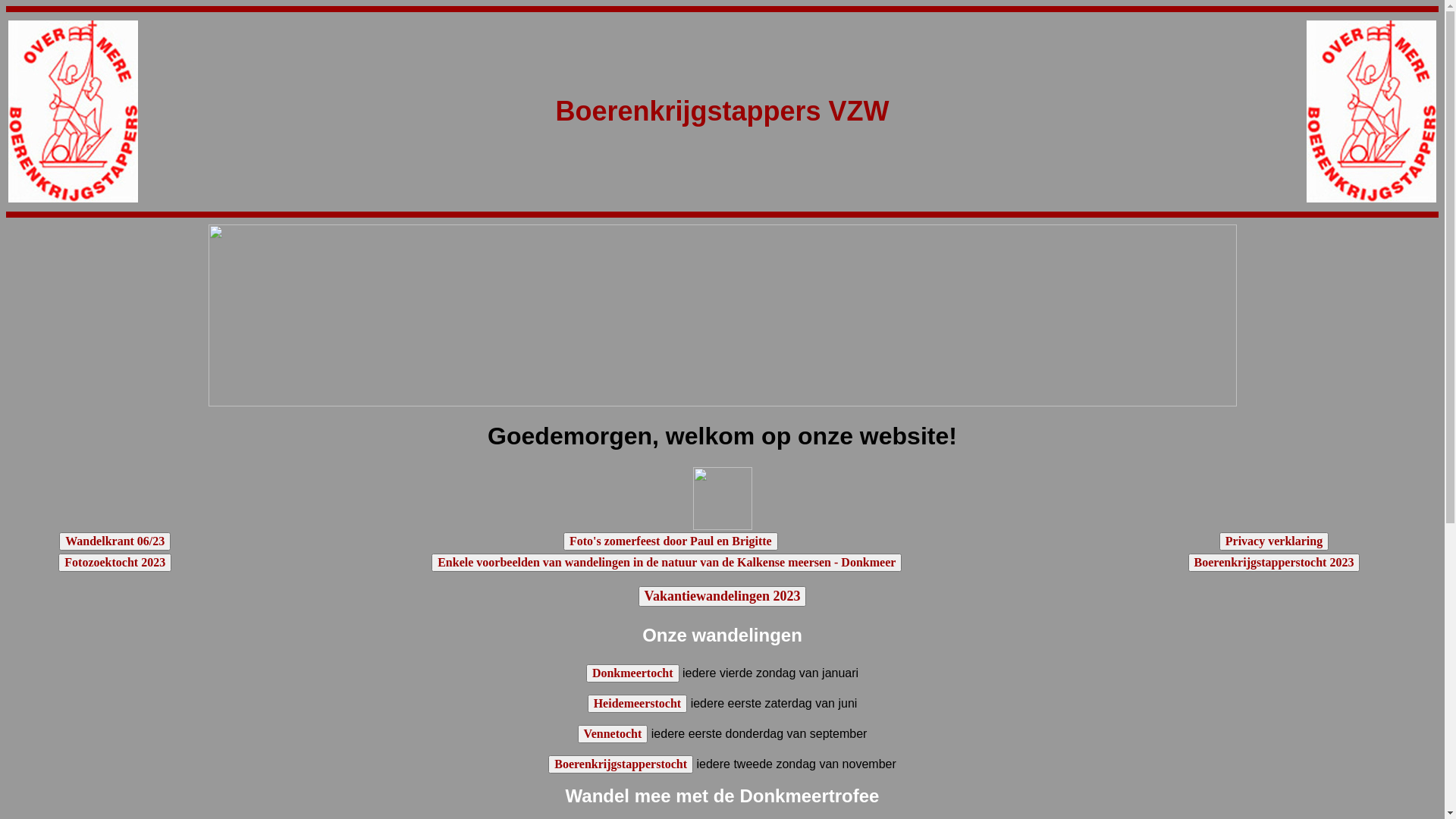 The width and height of the screenshot is (1456, 819). What do you see at coordinates (1274, 540) in the screenshot?
I see `'Privacy verklaring'` at bounding box center [1274, 540].